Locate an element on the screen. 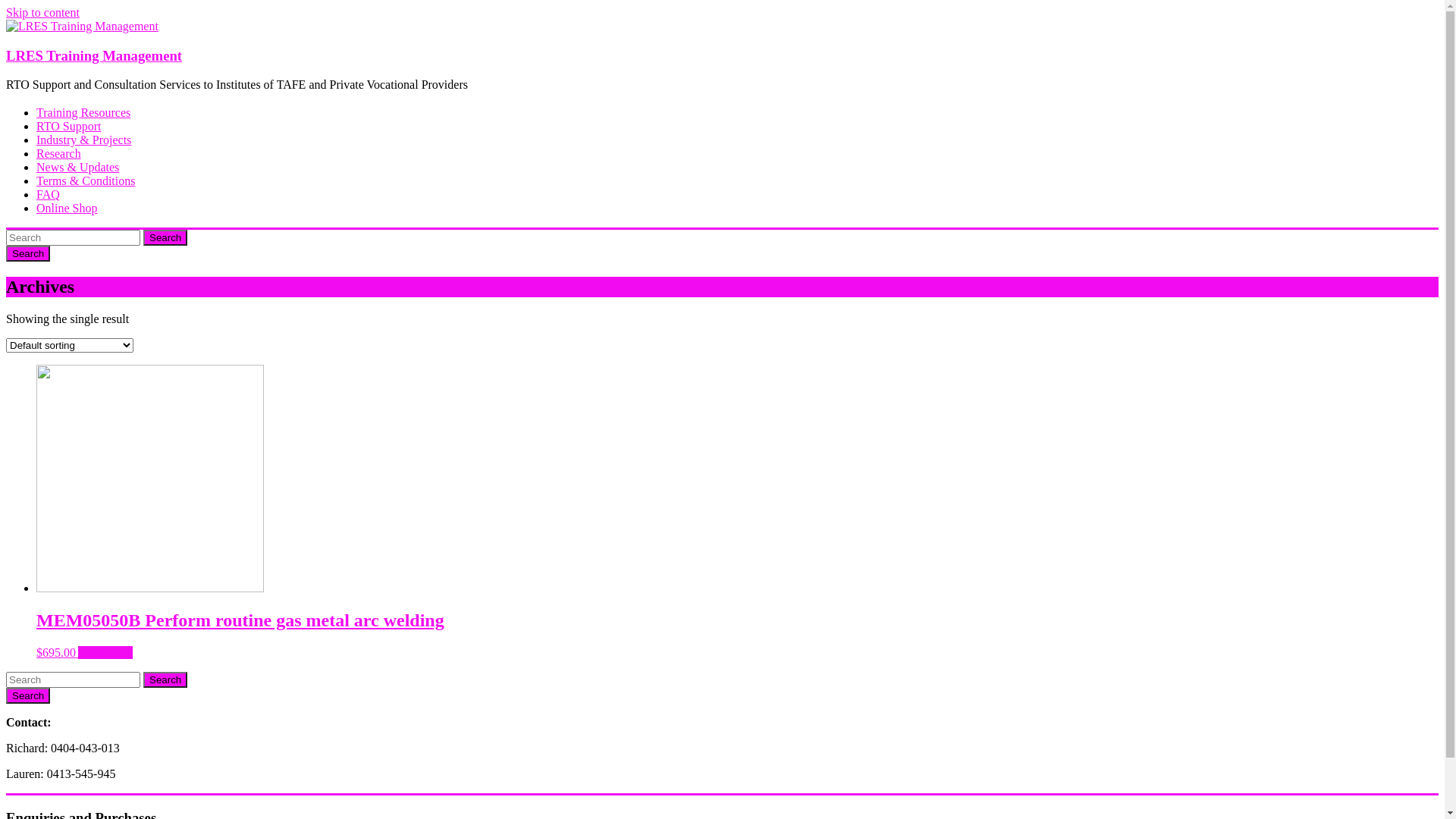 This screenshot has height=819, width=1456. 'LRES Training Management' is located at coordinates (93, 55).